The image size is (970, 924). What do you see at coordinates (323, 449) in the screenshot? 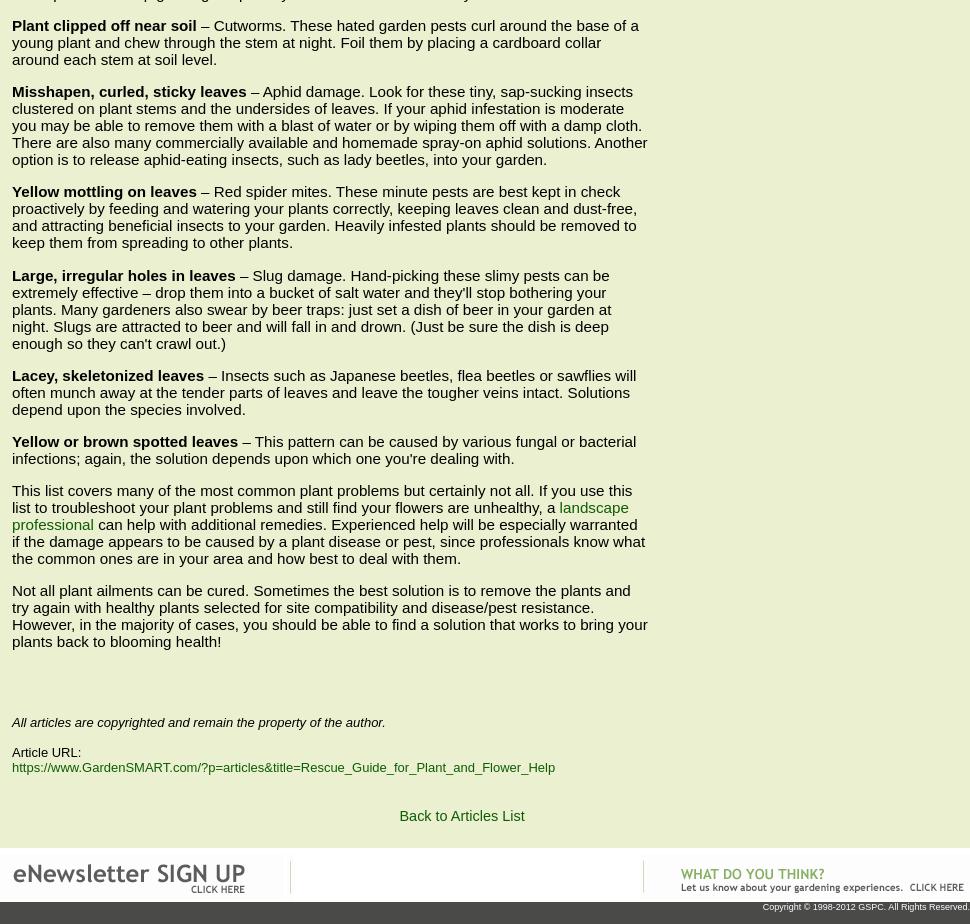
I see `'– This pattern can be caused by various fungal or bacterial infections; again, the solution depends upon which one you're dealing with.'` at bounding box center [323, 449].